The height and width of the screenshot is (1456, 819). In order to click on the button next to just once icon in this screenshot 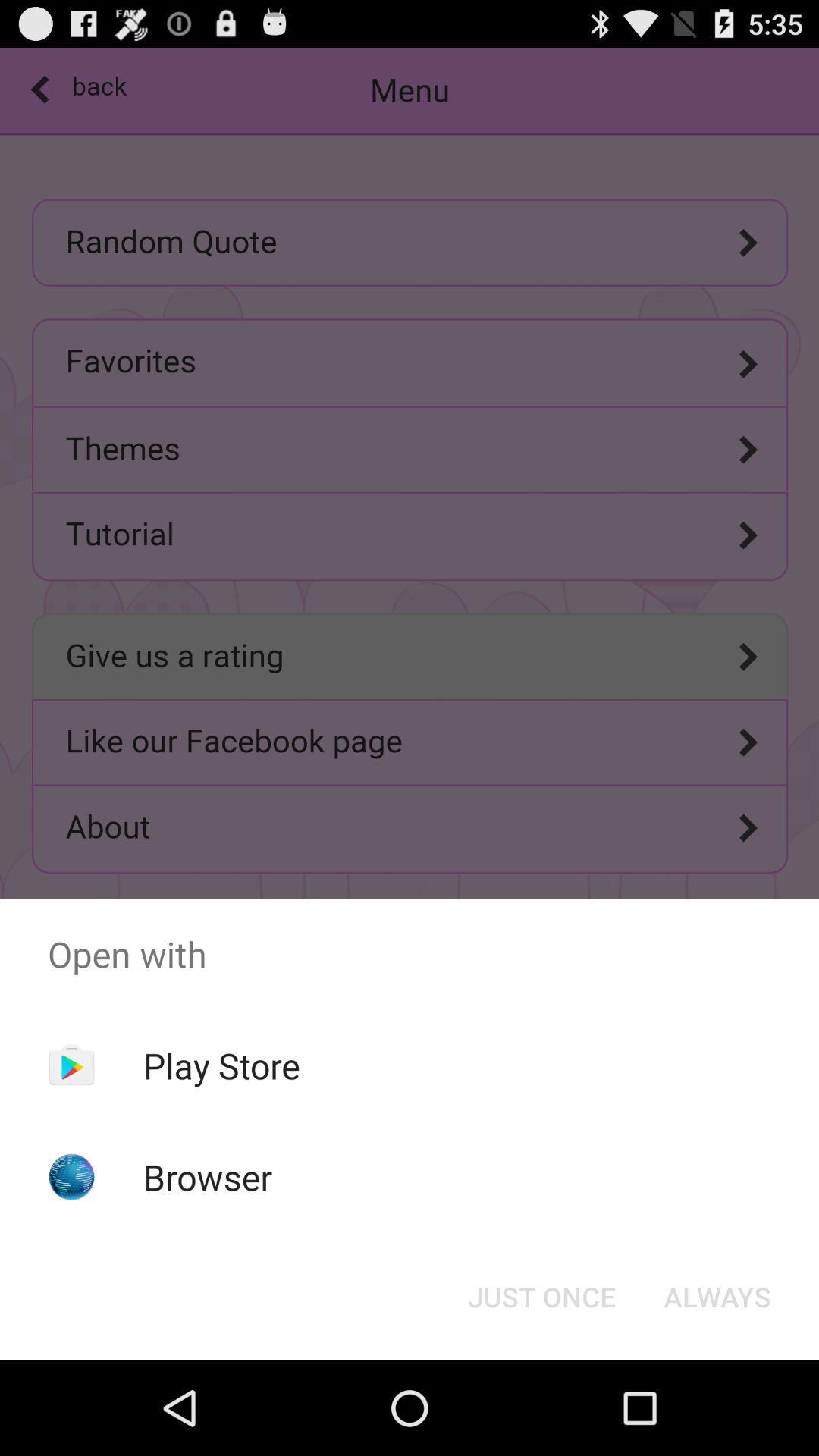, I will do `click(717, 1295)`.